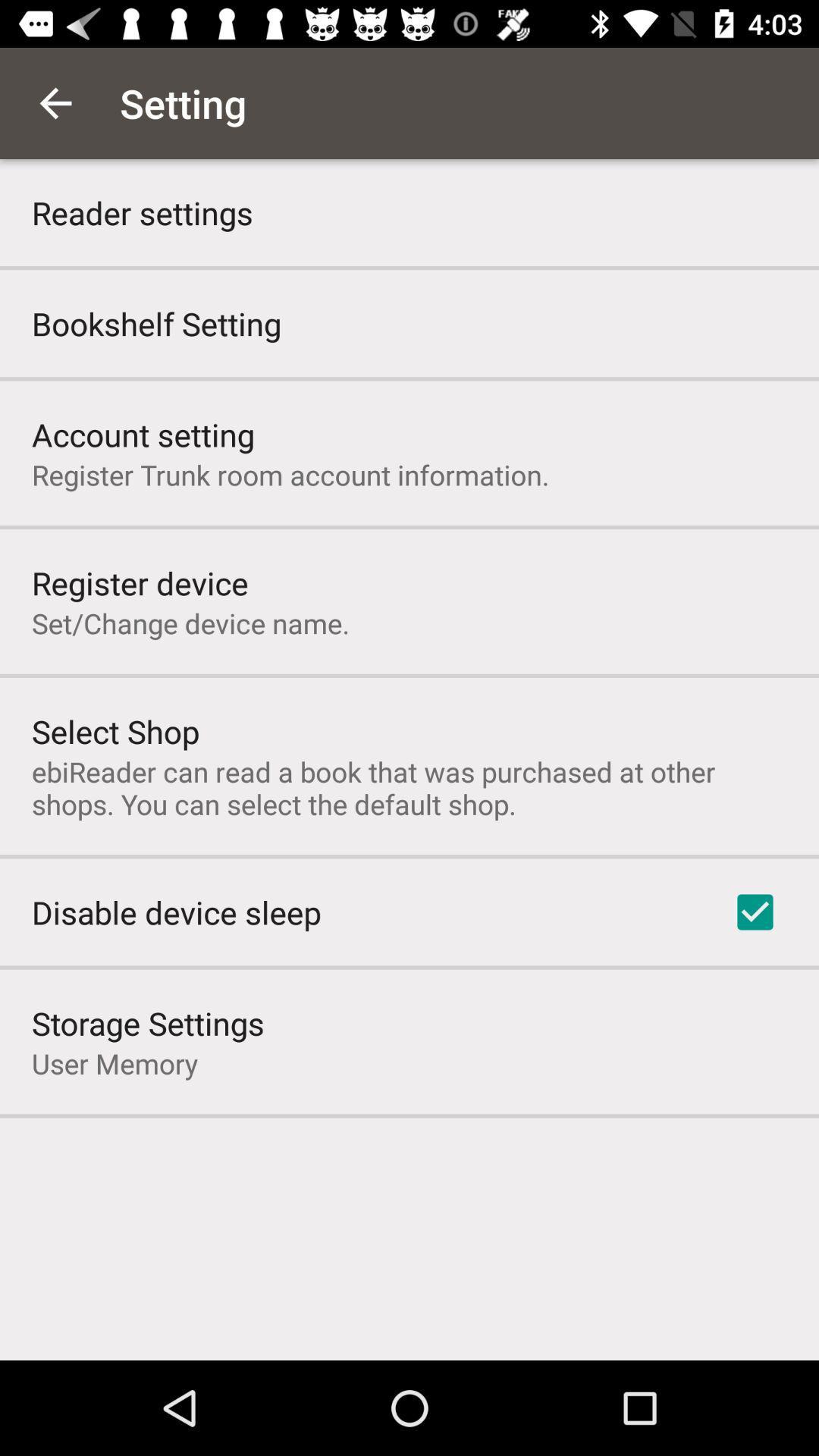  What do you see at coordinates (190, 623) in the screenshot?
I see `the set change device icon` at bounding box center [190, 623].